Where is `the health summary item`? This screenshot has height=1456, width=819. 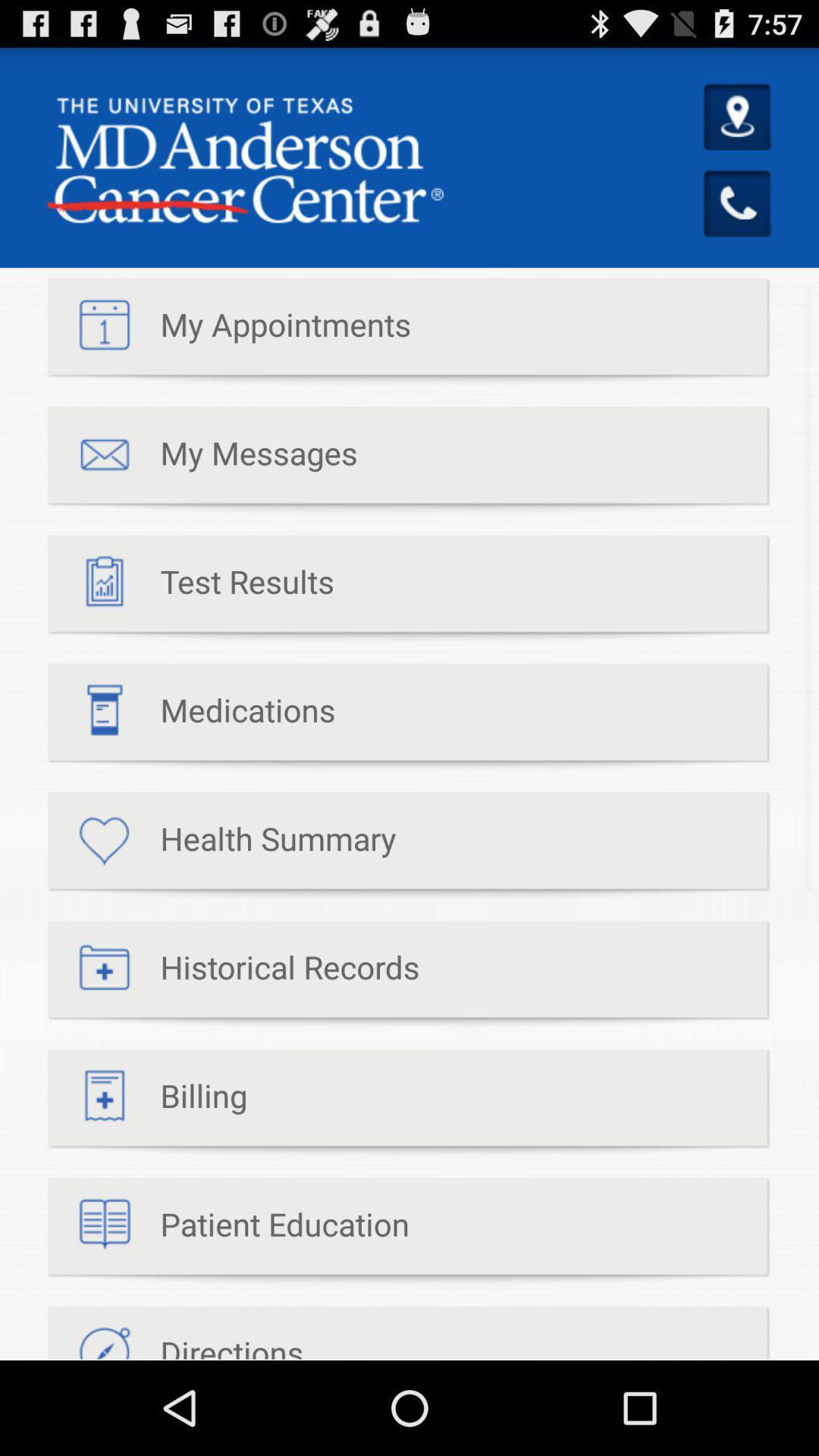
the health summary item is located at coordinates (221, 846).